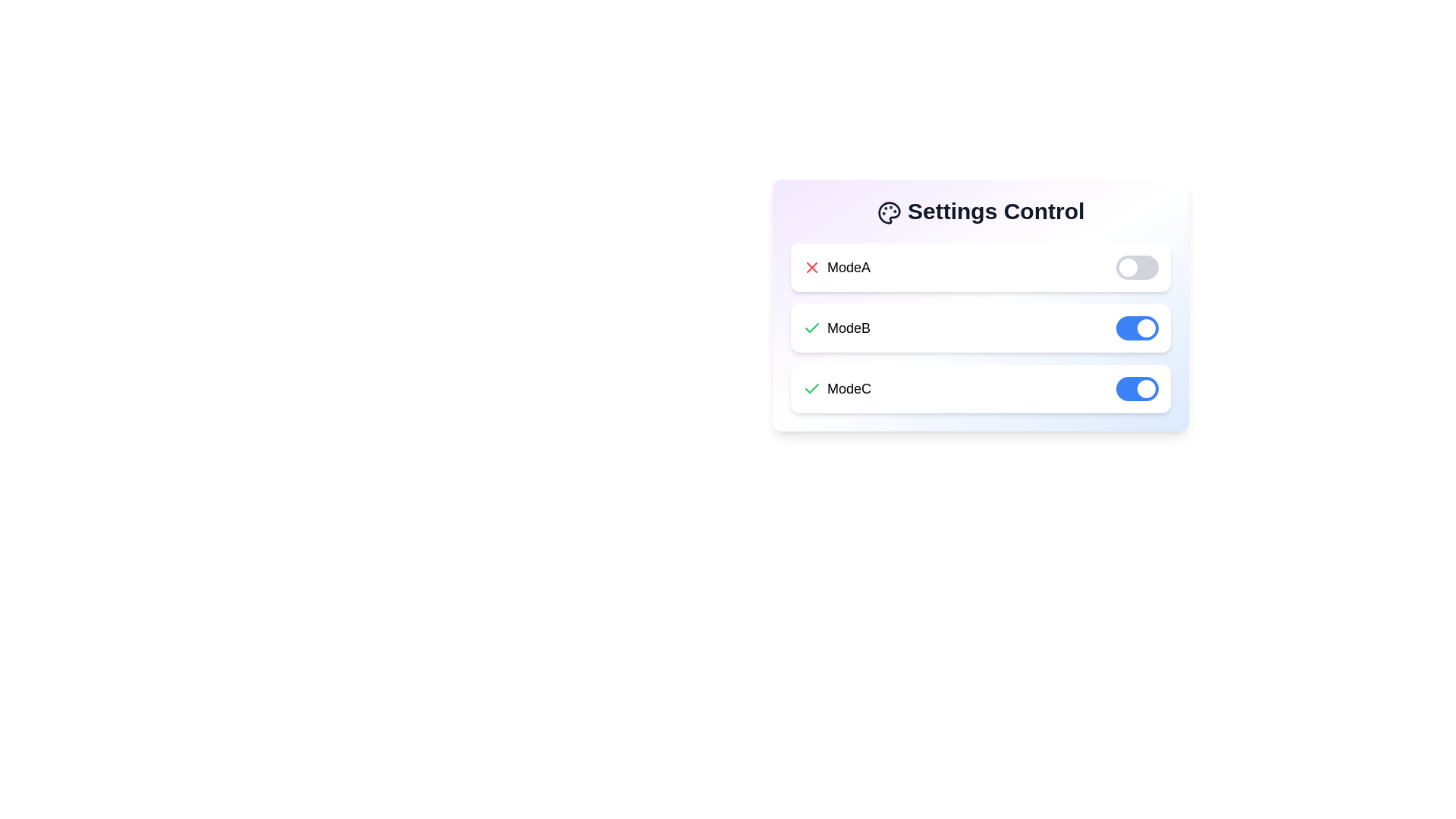  What do you see at coordinates (1137, 327) in the screenshot?
I see `the toggle switch indicating 'ModeB'` at bounding box center [1137, 327].